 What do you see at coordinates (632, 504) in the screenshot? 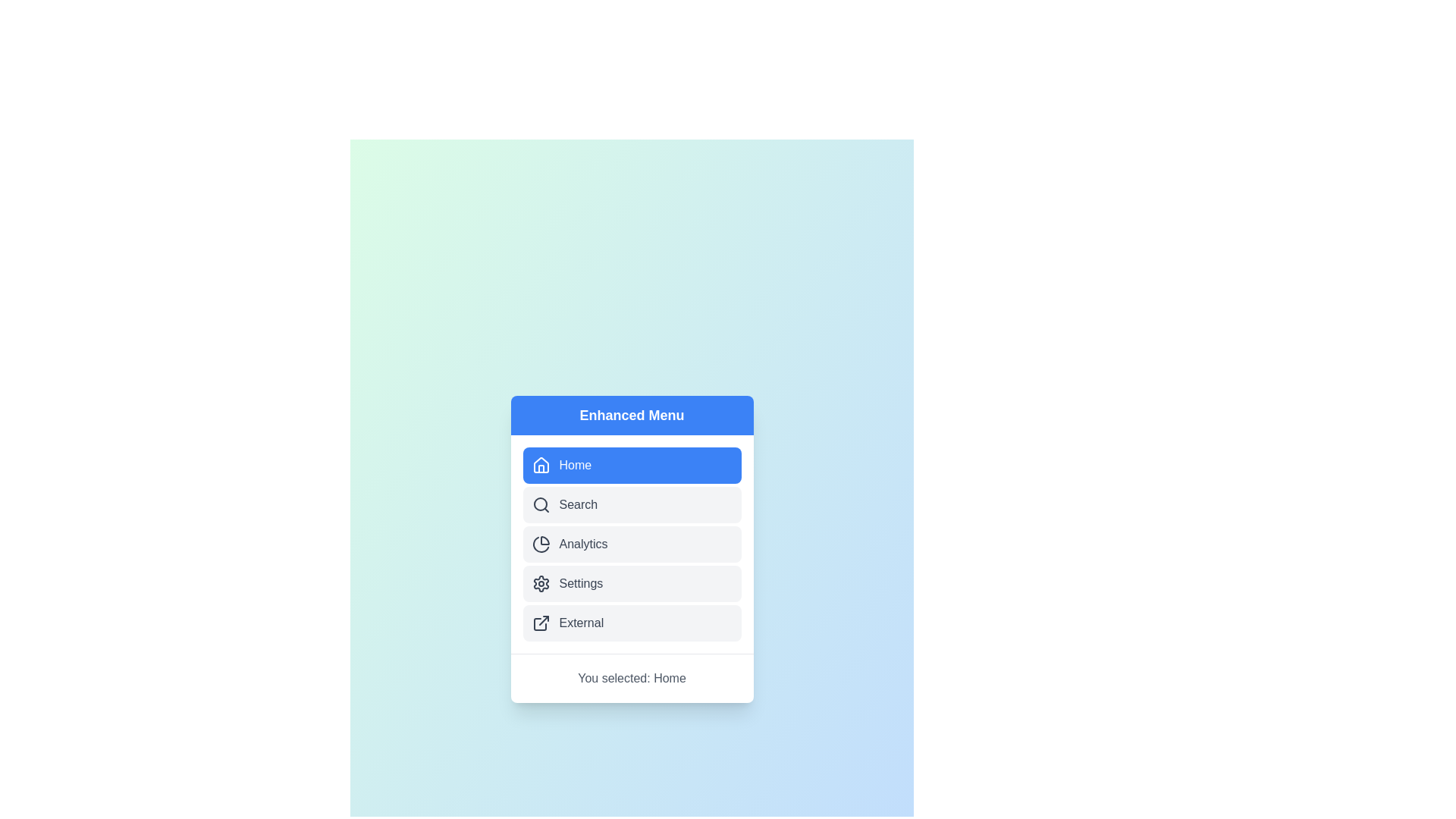
I see `the menu item labeled Search to view its hover effect` at bounding box center [632, 504].